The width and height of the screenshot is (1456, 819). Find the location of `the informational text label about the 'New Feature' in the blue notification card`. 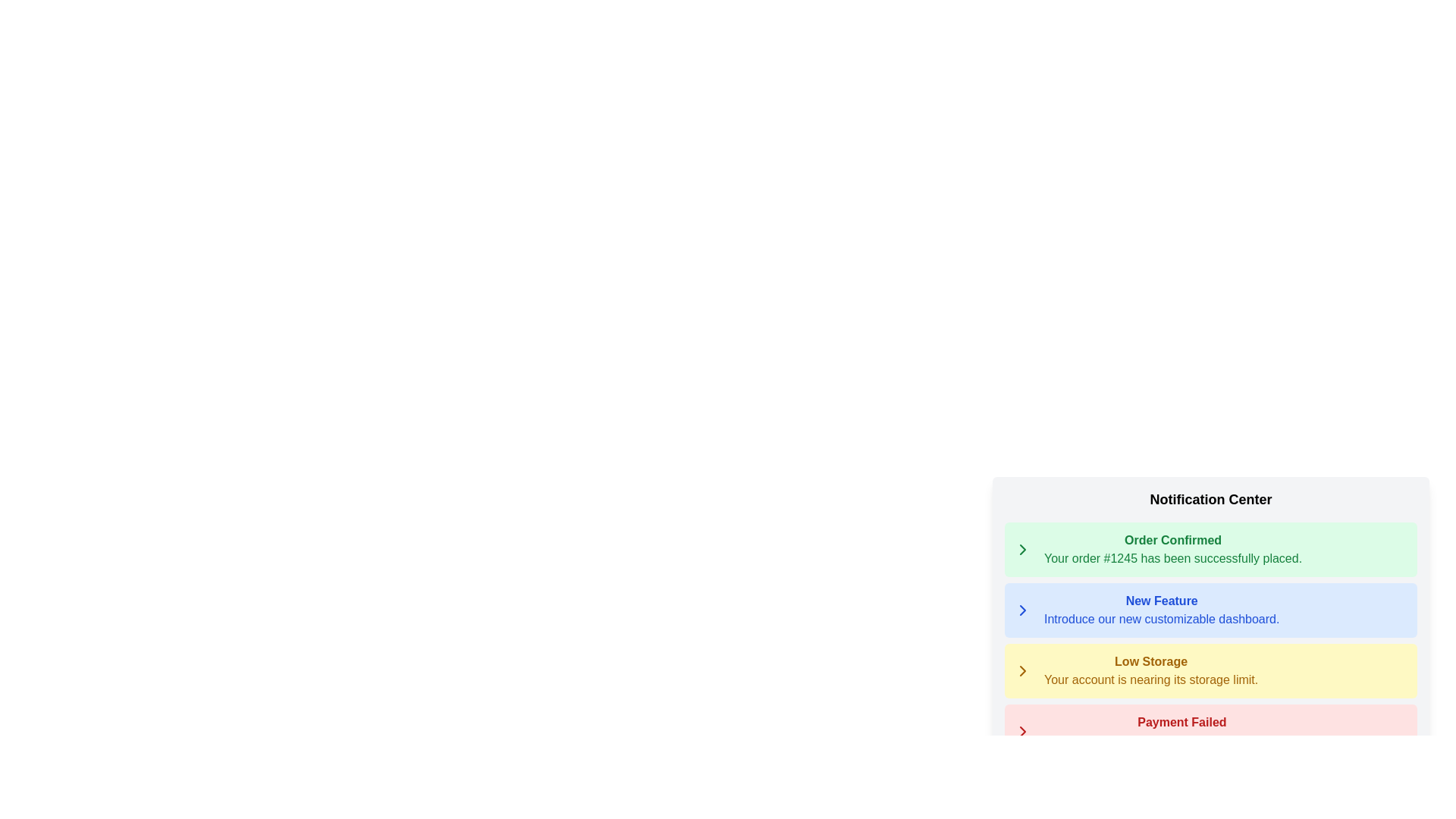

the informational text label about the 'New Feature' in the blue notification card is located at coordinates (1160, 620).